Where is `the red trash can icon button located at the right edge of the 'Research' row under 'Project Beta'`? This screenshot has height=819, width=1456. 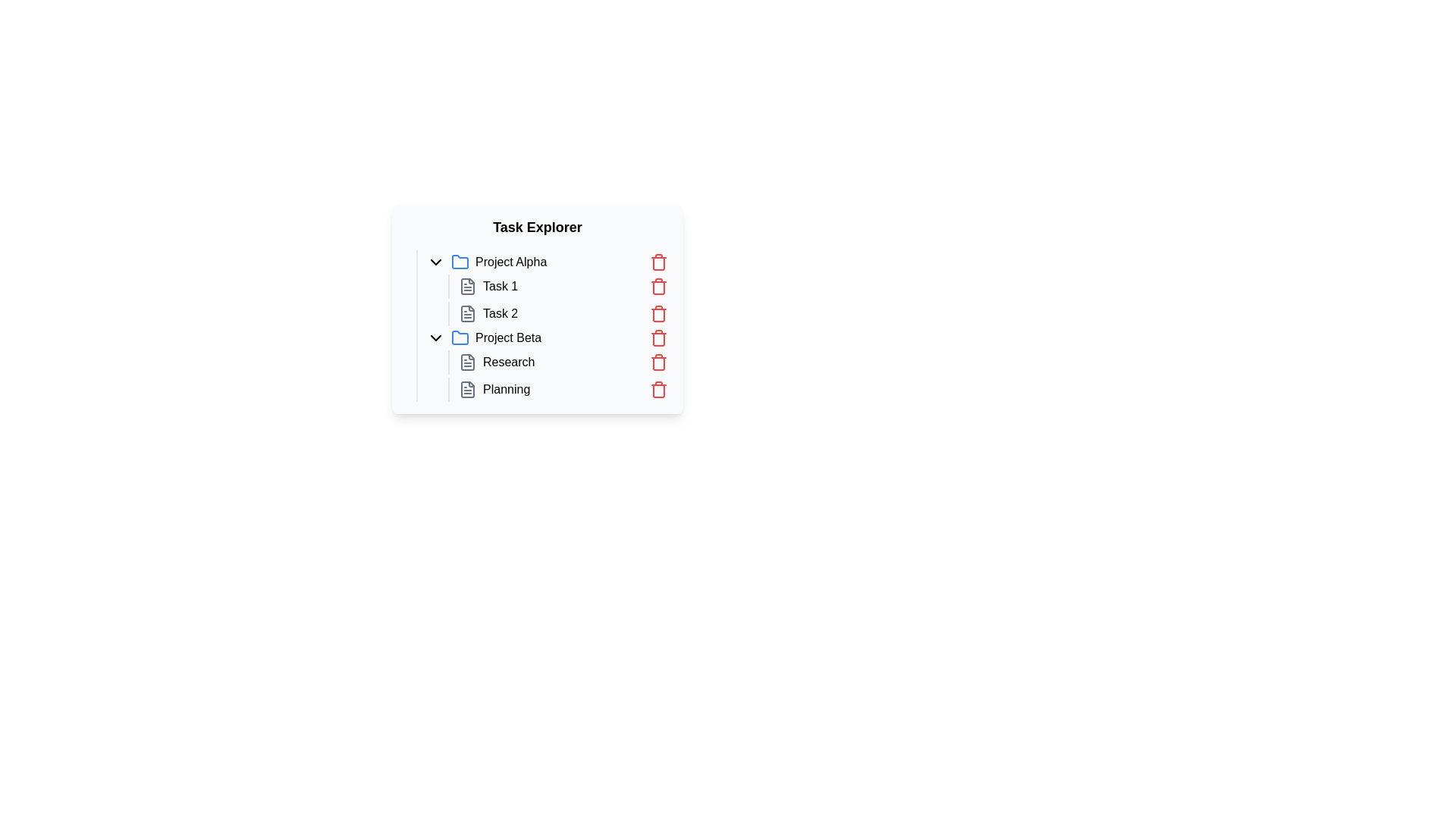
the red trash can icon button located at the right edge of the 'Research' row under 'Project Beta' is located at coordinates (658, 362).